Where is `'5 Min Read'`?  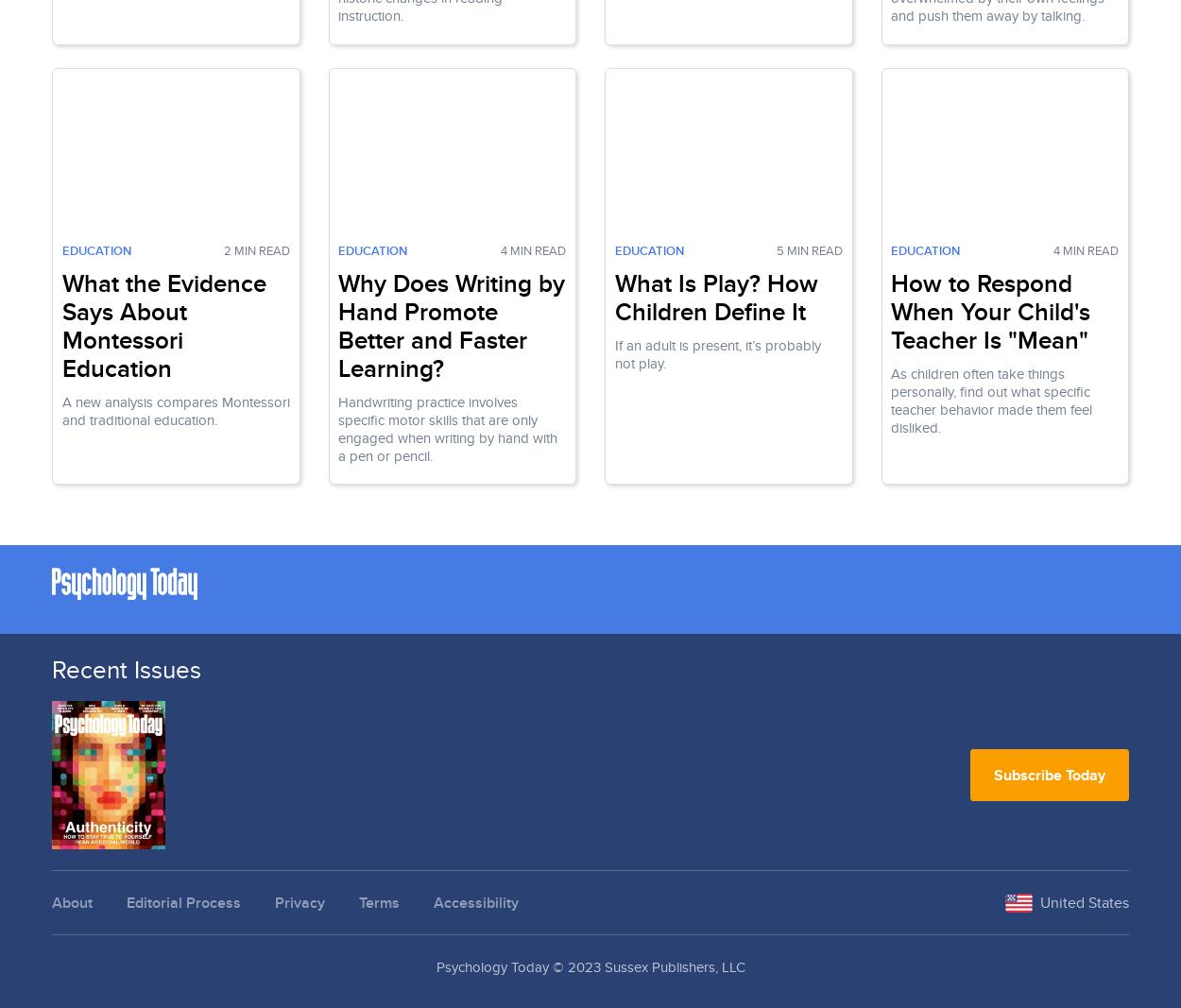 '5 Min Read' is located at coordinates (808, 248).